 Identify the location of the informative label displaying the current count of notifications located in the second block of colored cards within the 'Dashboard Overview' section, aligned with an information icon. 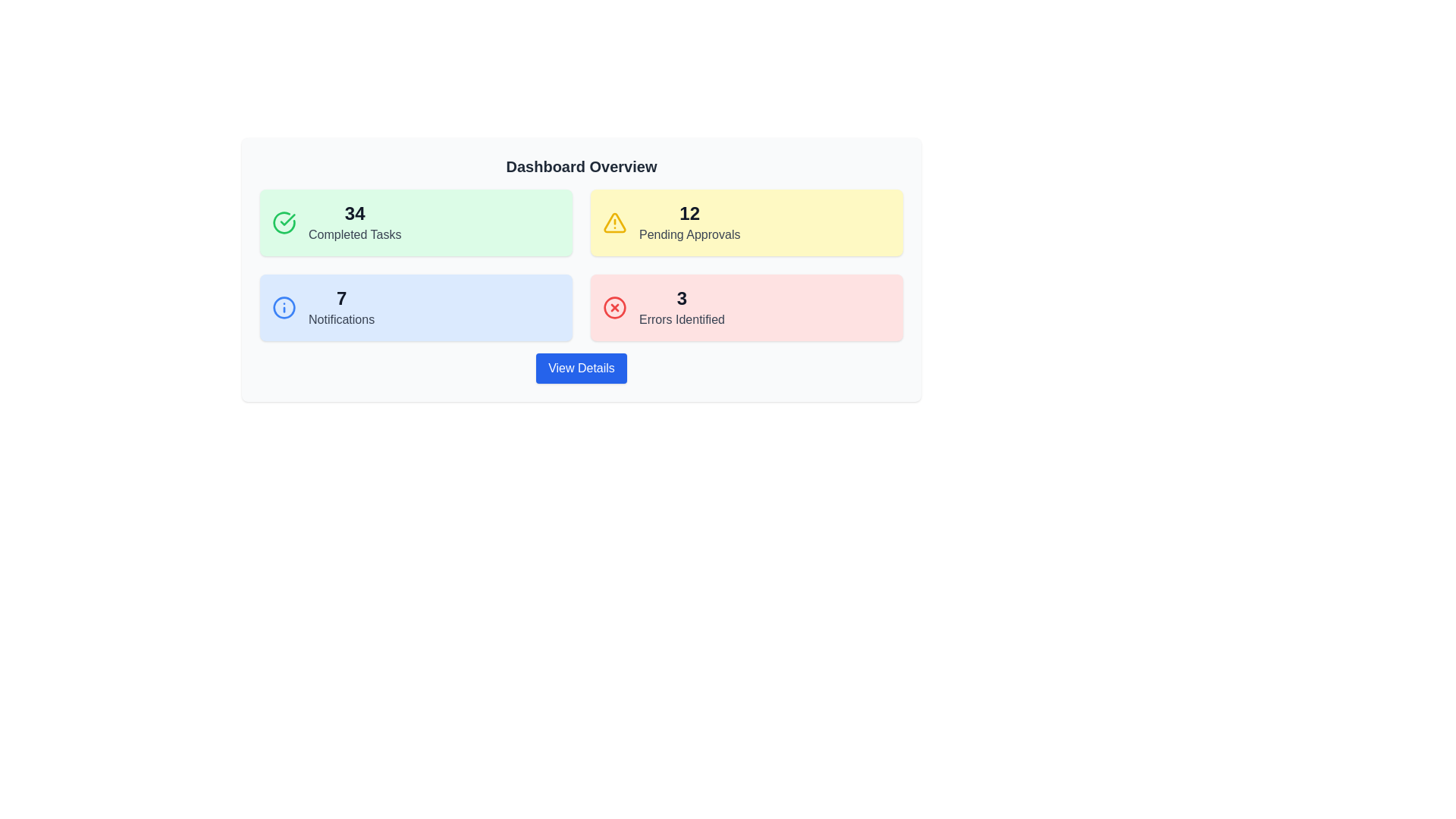
(340, 307).